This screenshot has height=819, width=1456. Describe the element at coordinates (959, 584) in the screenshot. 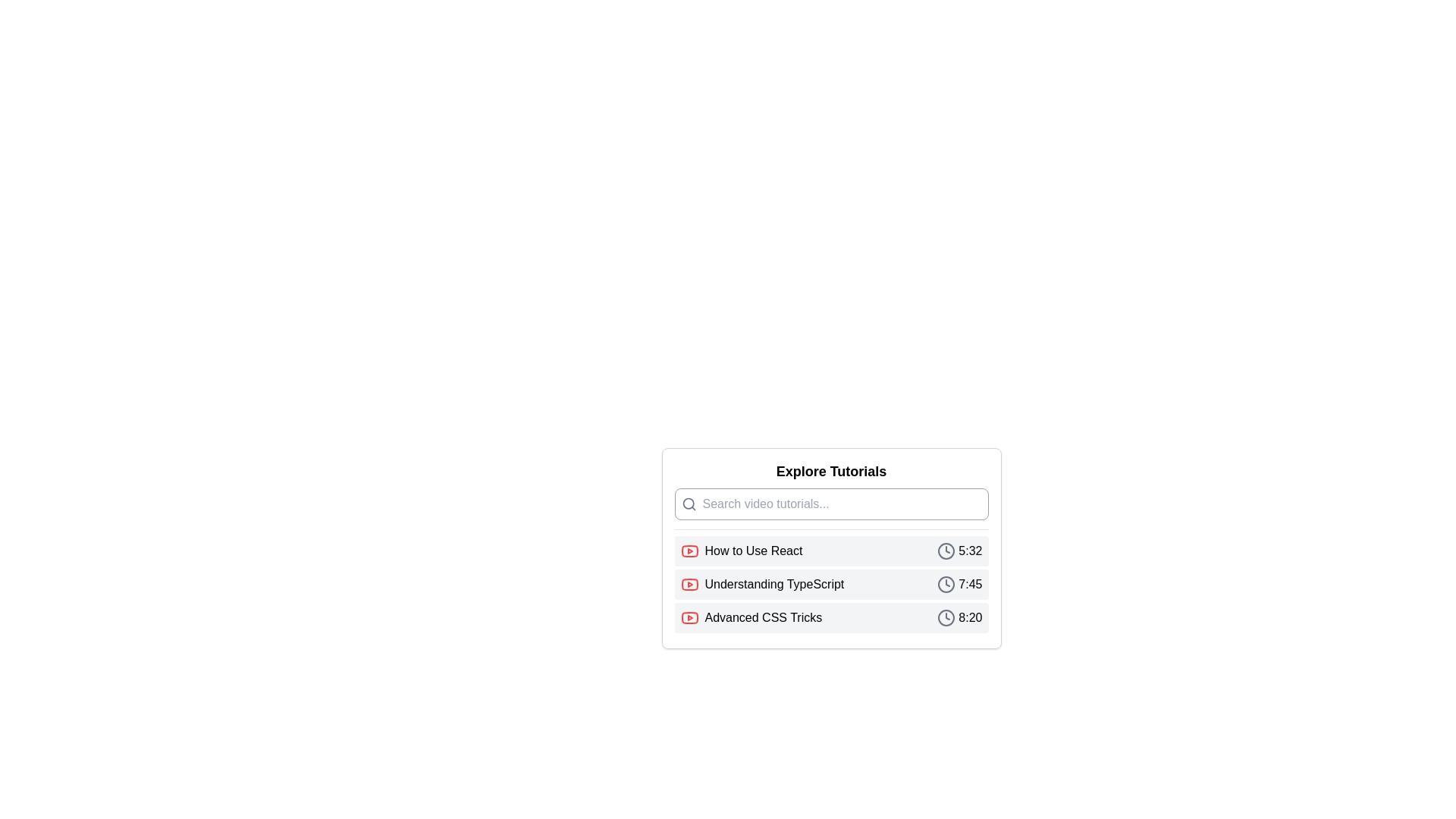

I see `the Text element displaying '7:45' accompanied by a clock icon, located in the right section of the second row, aligned with 'Understanding TypeScript'` at that location.